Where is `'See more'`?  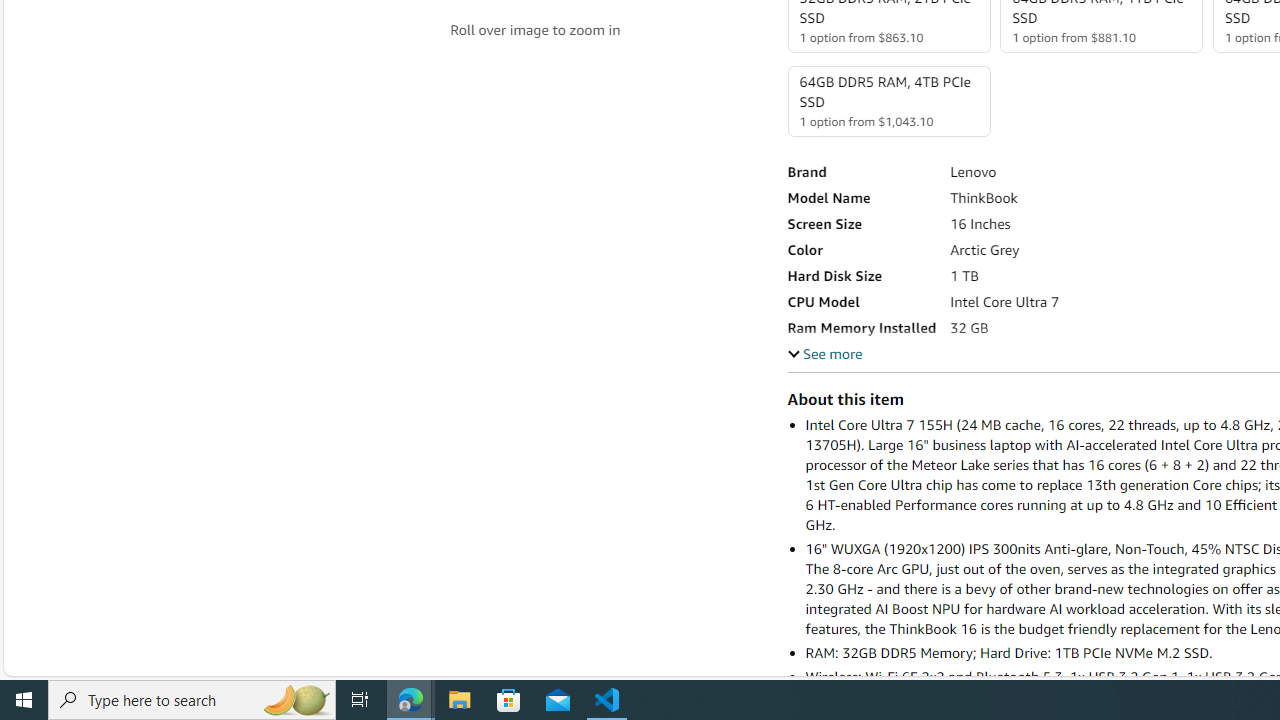 'See more' is located at coordinates (824, 352).